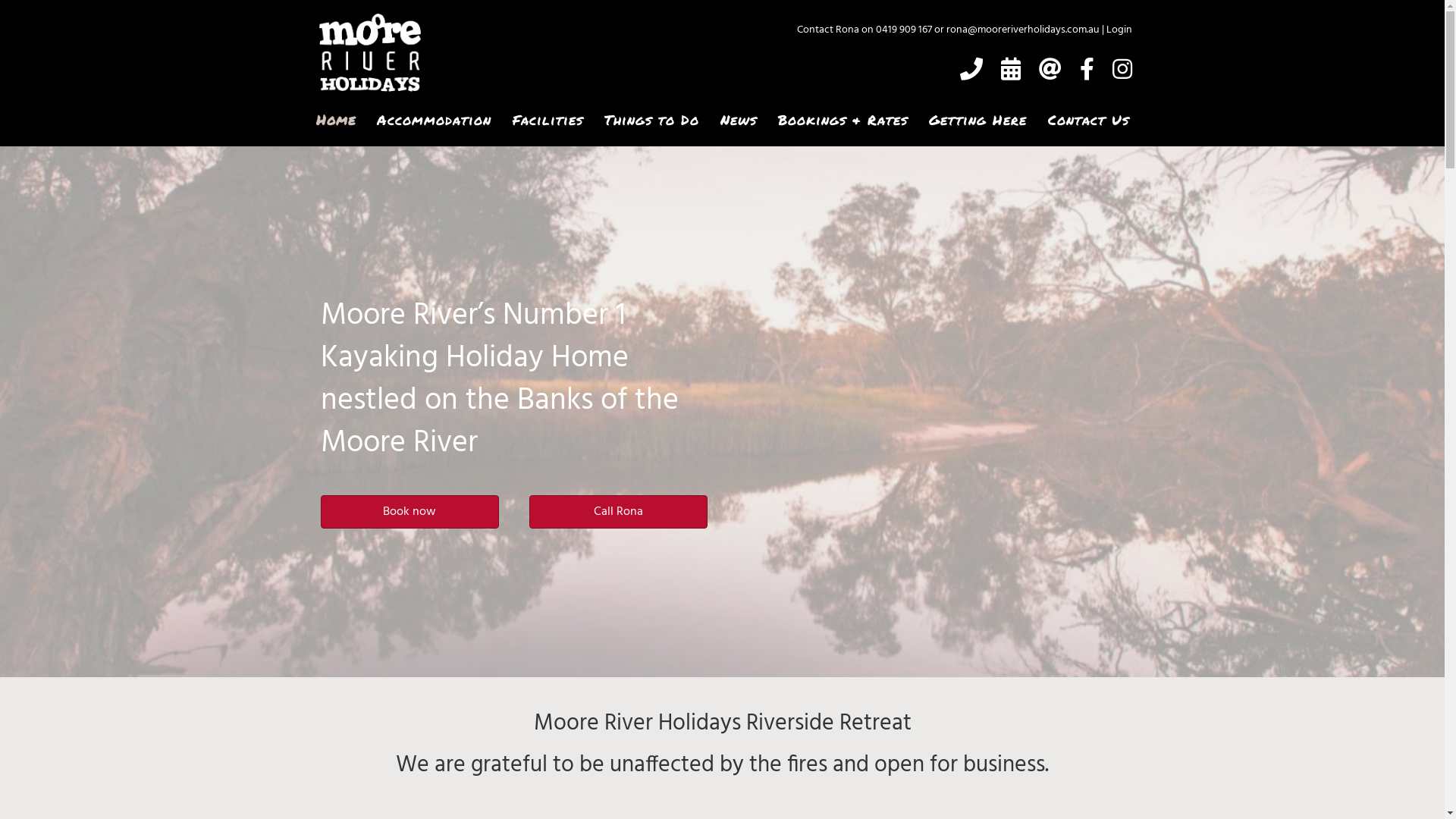 This screenshot has height=819, width=1456. Describe the element at coordinates (369, 52) in the screenshot. I see `'Moore River Holidays - Logo Type - White'` at that location.